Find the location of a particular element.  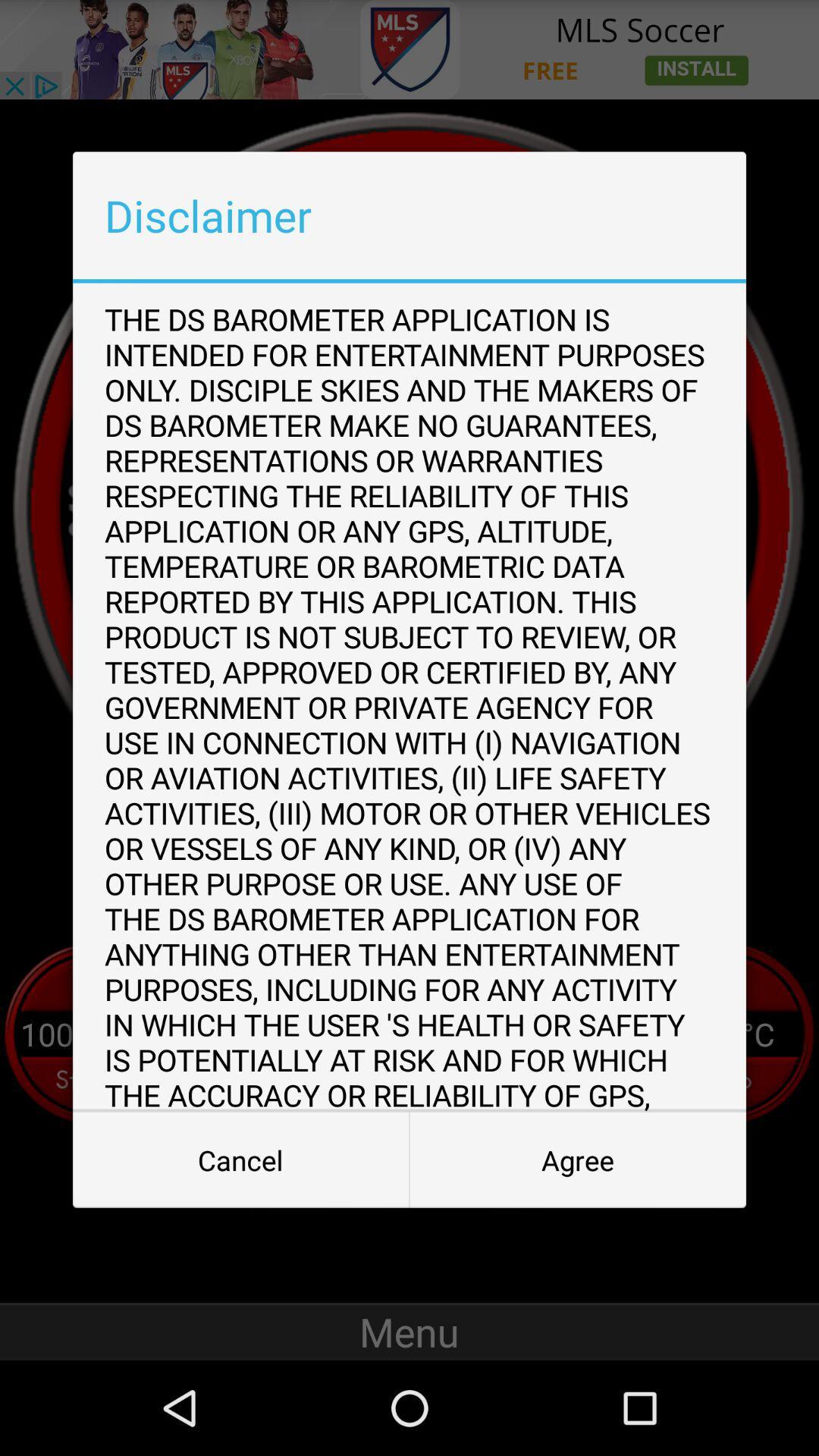

agree button is located at coordinates (578, 1159).